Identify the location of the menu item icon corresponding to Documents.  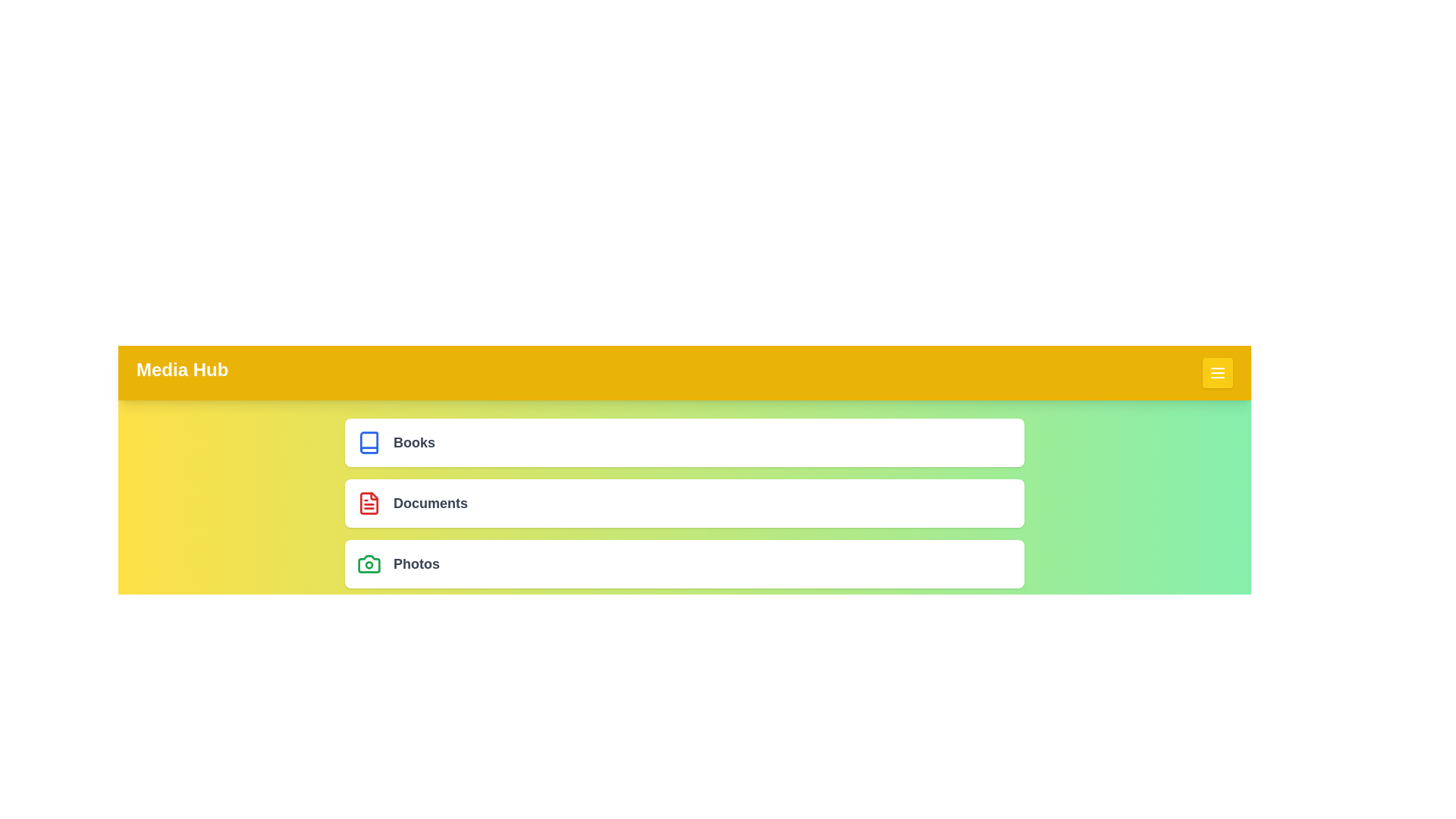
(369, 503).